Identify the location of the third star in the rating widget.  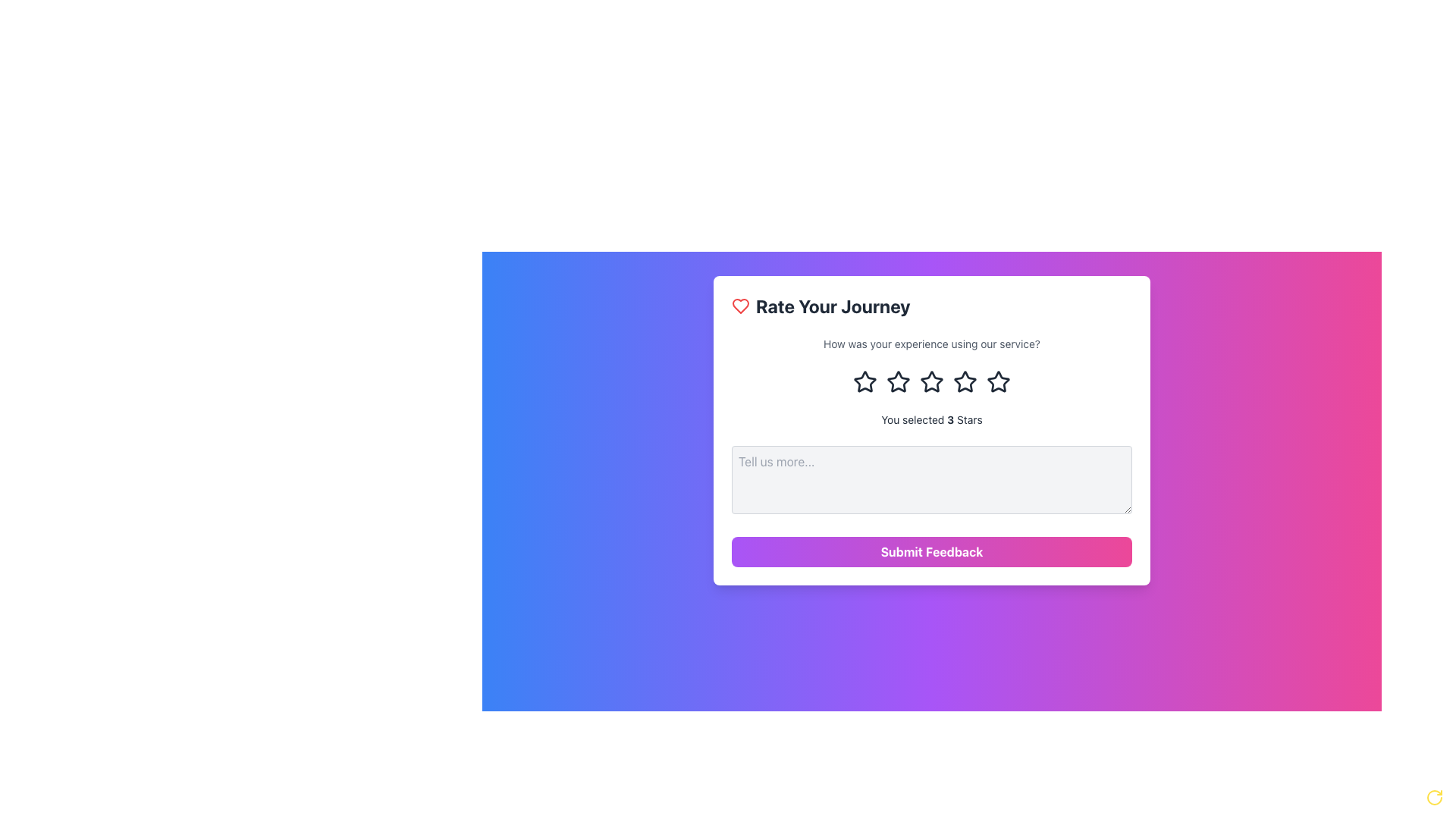
(864, 380).